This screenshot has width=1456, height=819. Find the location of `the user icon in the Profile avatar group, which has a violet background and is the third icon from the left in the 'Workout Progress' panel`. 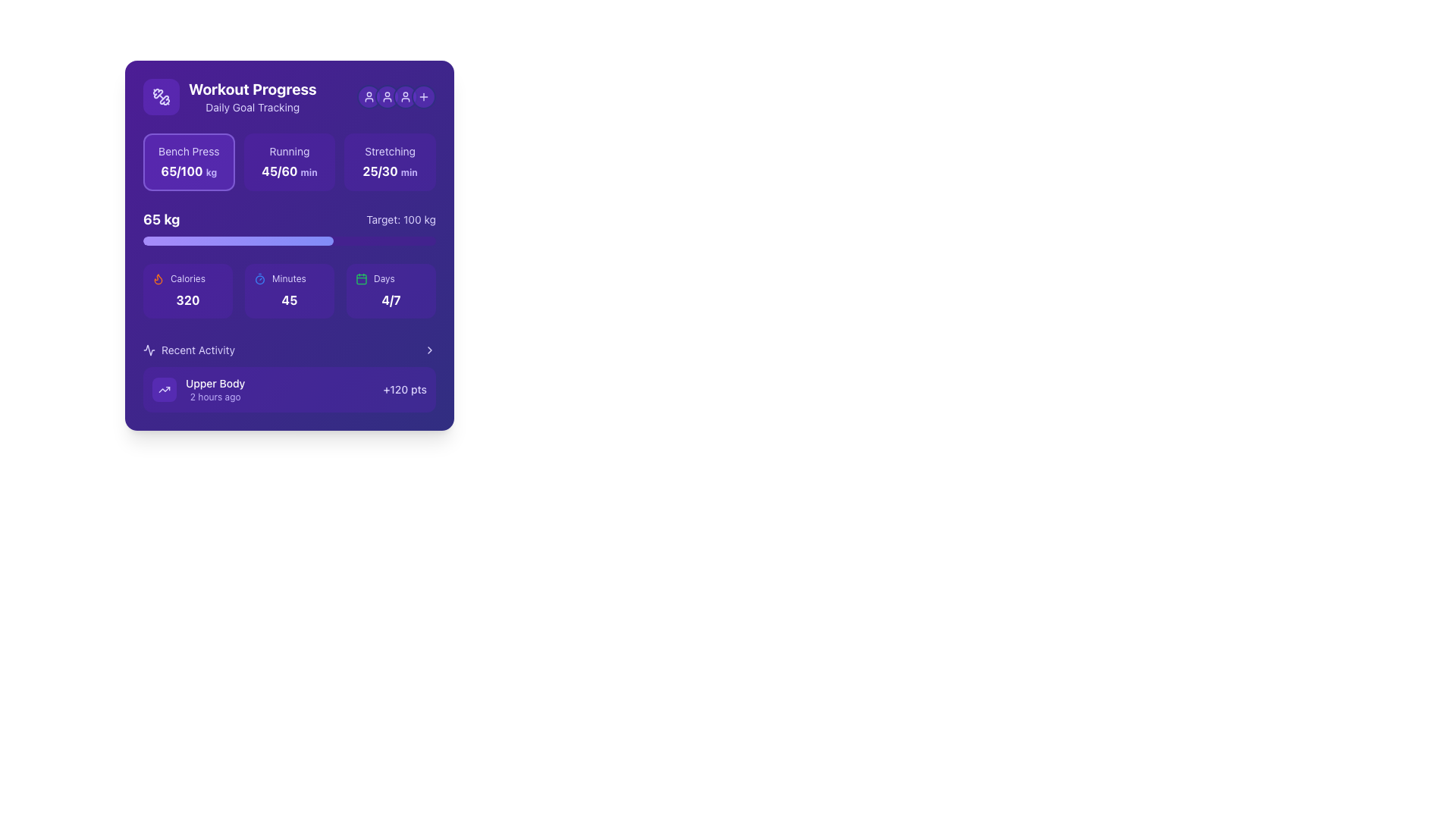

the user icon in the Profile avatar group, which has a violet background and is the third icon from the left in the 'Workout Progress' panel is located at coordinates (397, 96).